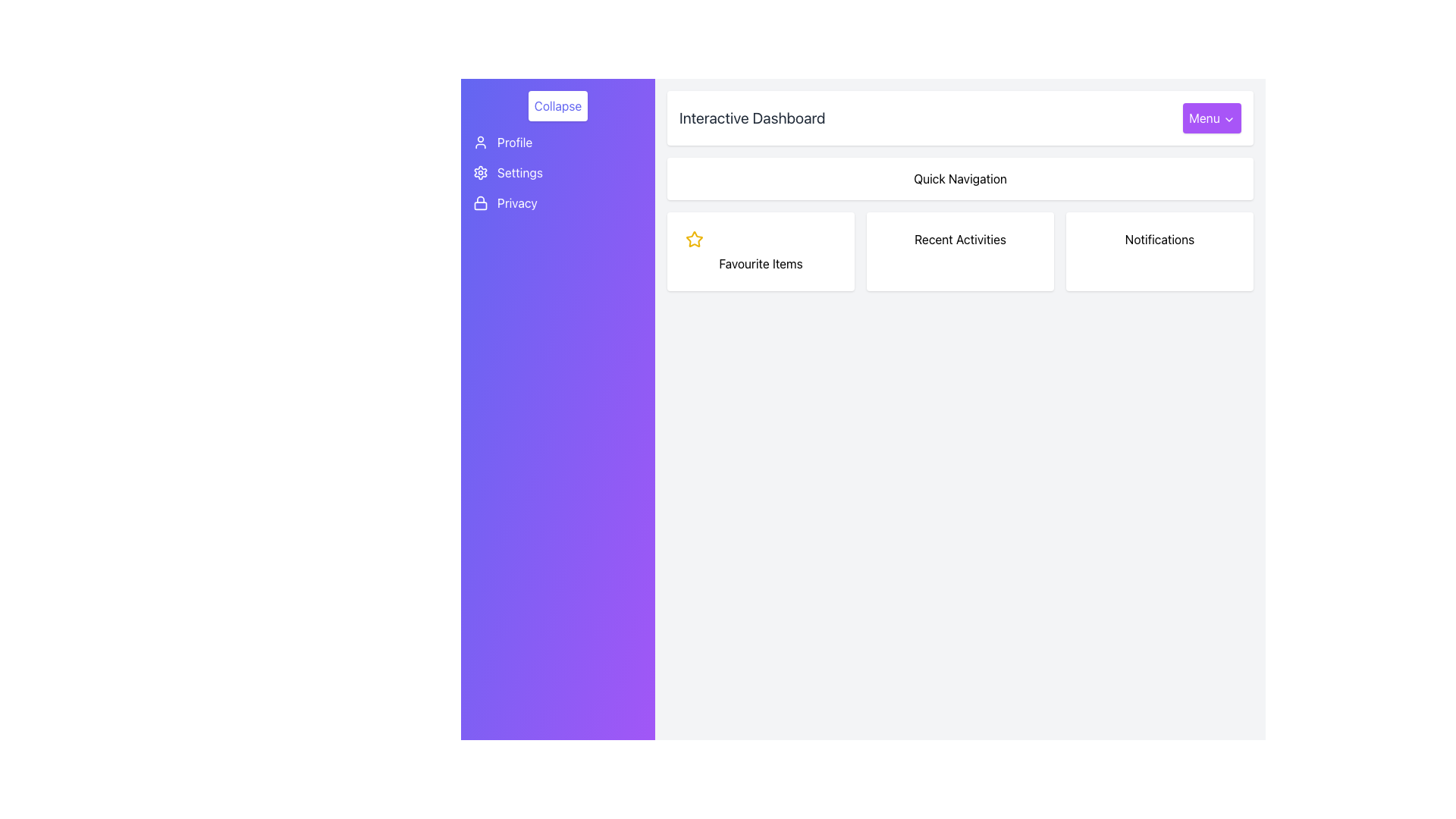  Describe the element at coordinates (557, 171) in the screenshot. I see `the second item in the vertical navigation menu, which is labeled 'Settings'` at that location.